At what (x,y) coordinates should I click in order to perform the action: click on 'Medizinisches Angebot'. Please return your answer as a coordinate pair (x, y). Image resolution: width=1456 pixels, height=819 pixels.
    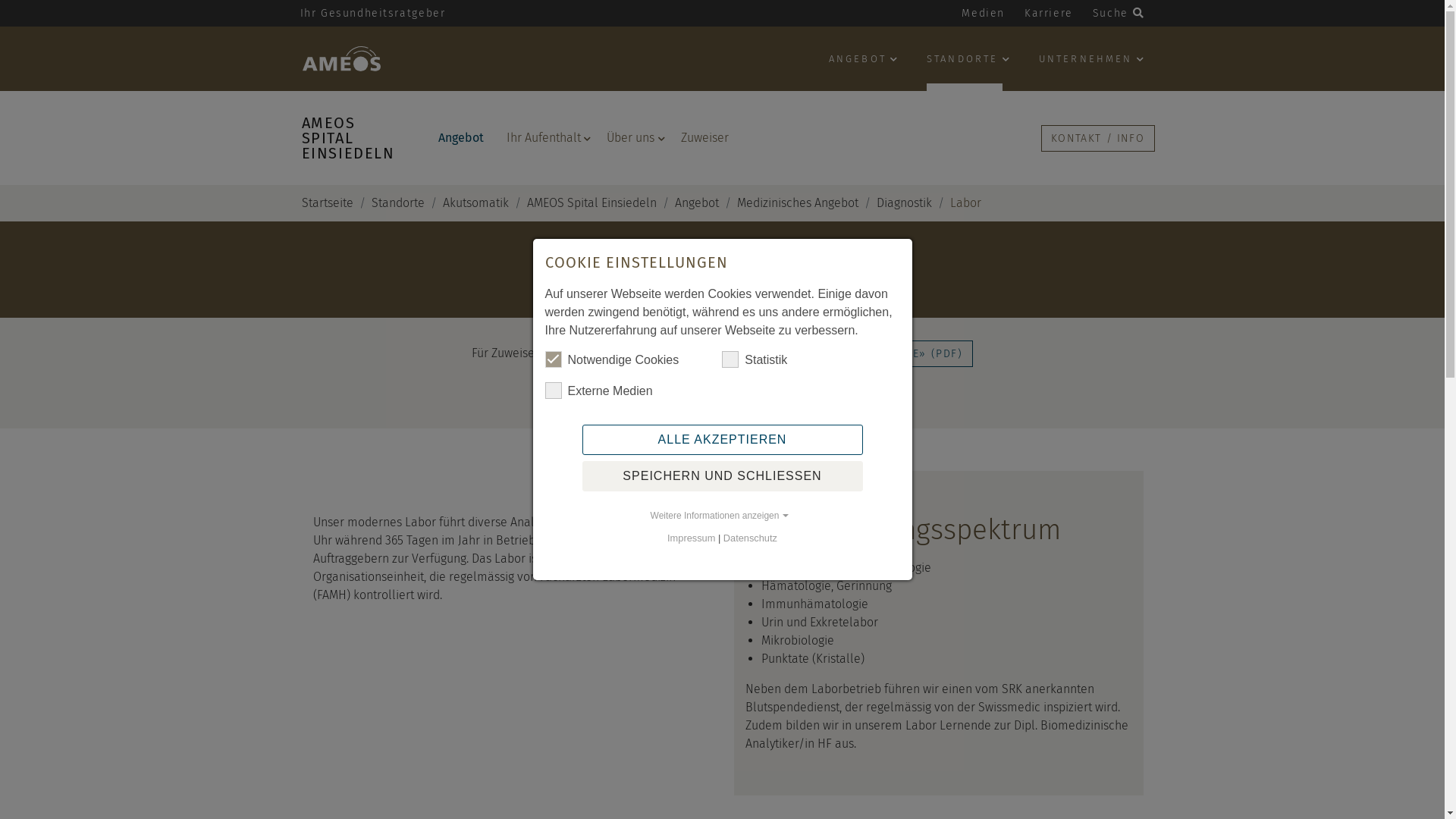
    Looking at the image, I should click on (796, 202).